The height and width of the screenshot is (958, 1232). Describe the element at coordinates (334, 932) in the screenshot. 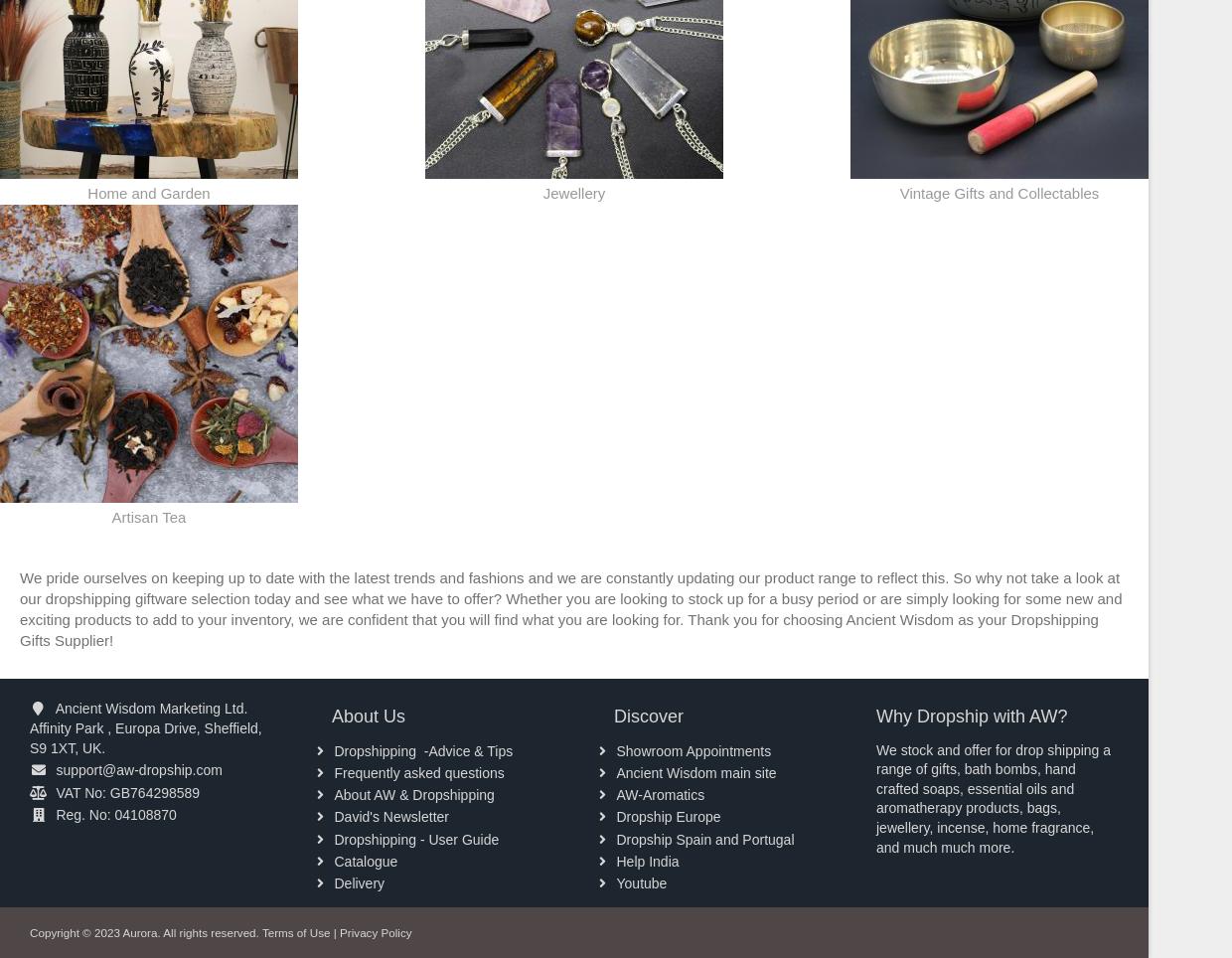

I see `'|'` at that location.